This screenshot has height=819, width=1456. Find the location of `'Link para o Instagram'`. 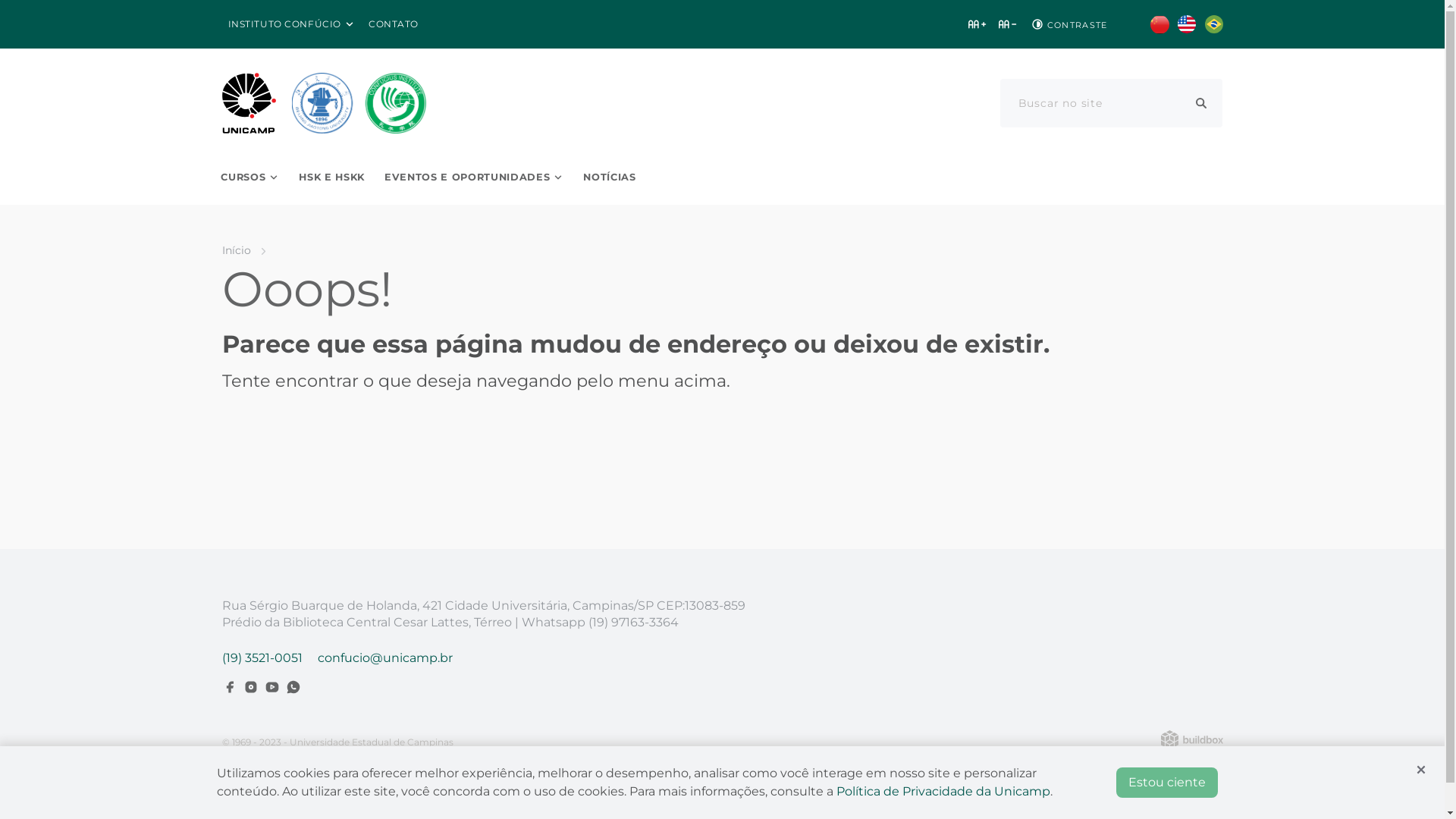

'Link para o Instagram' is located at coordinates (243, 687).